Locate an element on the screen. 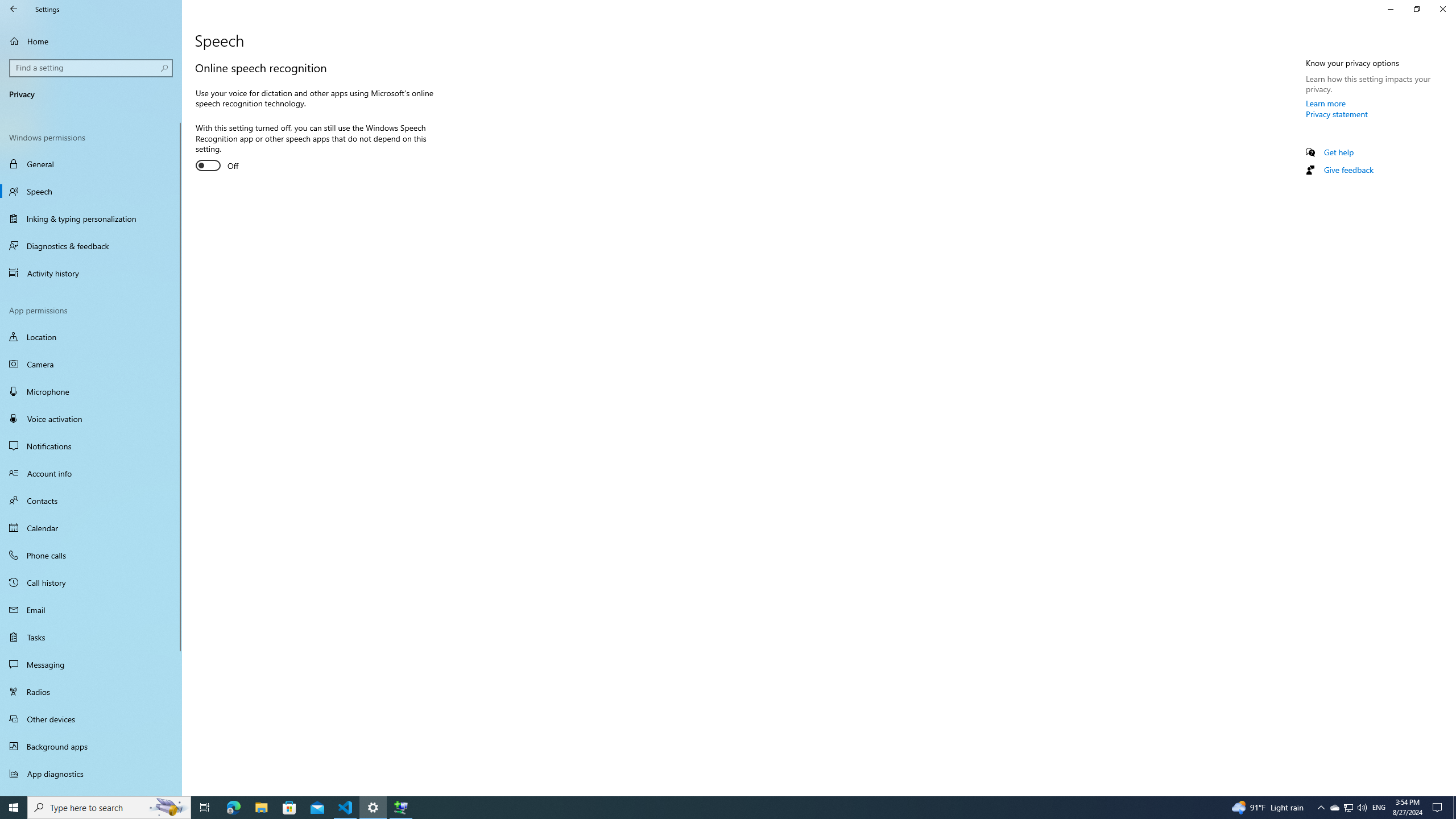  'Phone calls' is located at coordinates (90, 554).